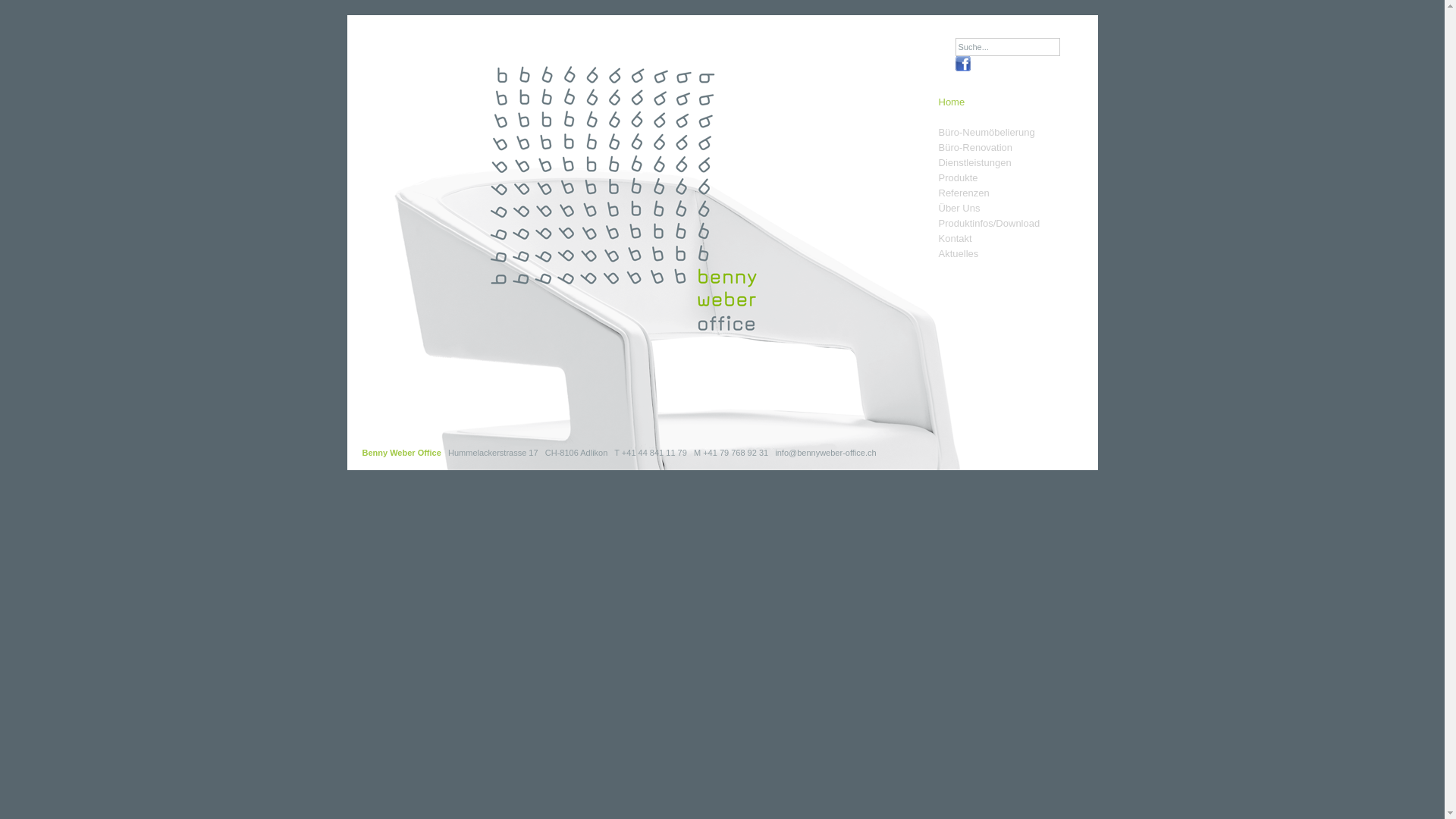 This screenshot has width=1456, height=819. I want to click on 'Referenzen', so click(963, 192).